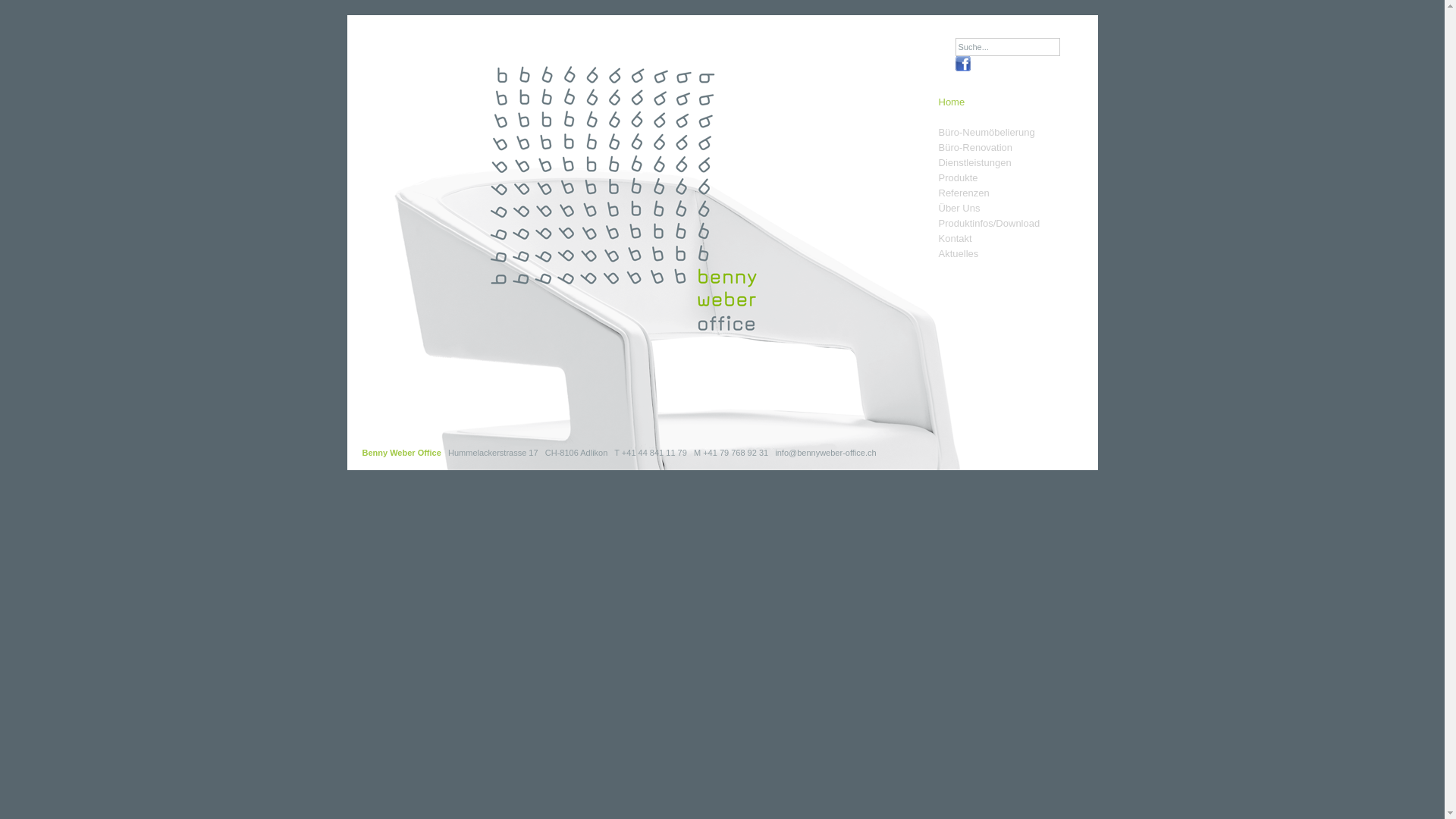 This screenshot has width=1456, height=819. I want to click on 'Referenzen', so click(963, 192).